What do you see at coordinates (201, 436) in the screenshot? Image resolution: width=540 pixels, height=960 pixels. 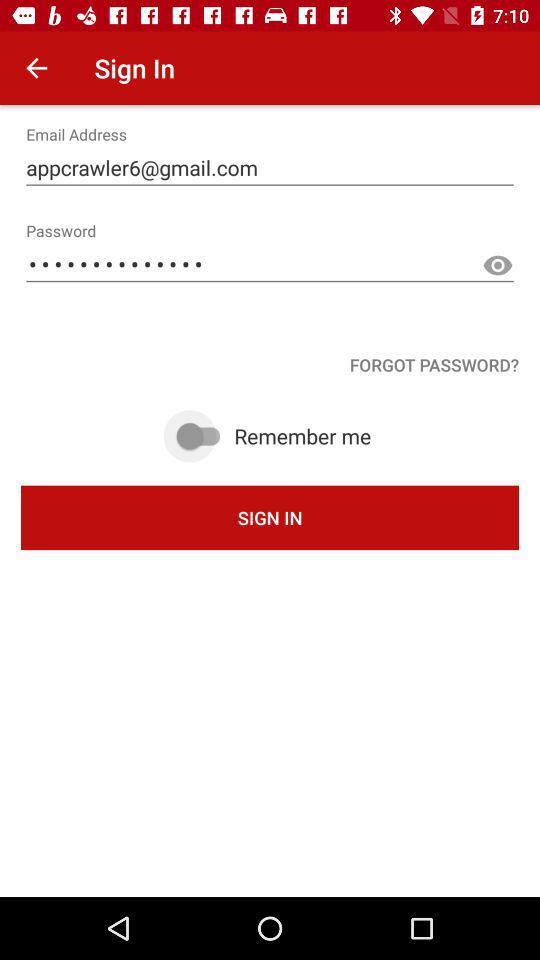 I see `switch autoplay option` at bounding box center [201, 436].